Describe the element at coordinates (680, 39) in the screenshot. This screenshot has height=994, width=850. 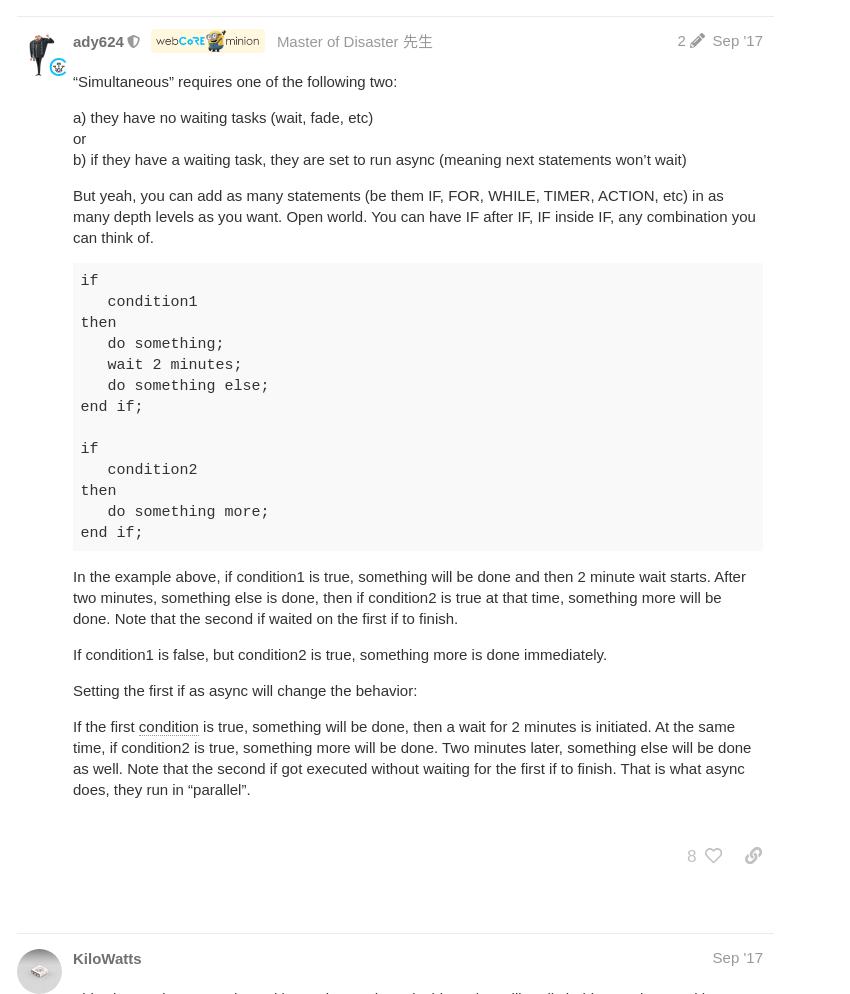
I see `'2'` at that location.